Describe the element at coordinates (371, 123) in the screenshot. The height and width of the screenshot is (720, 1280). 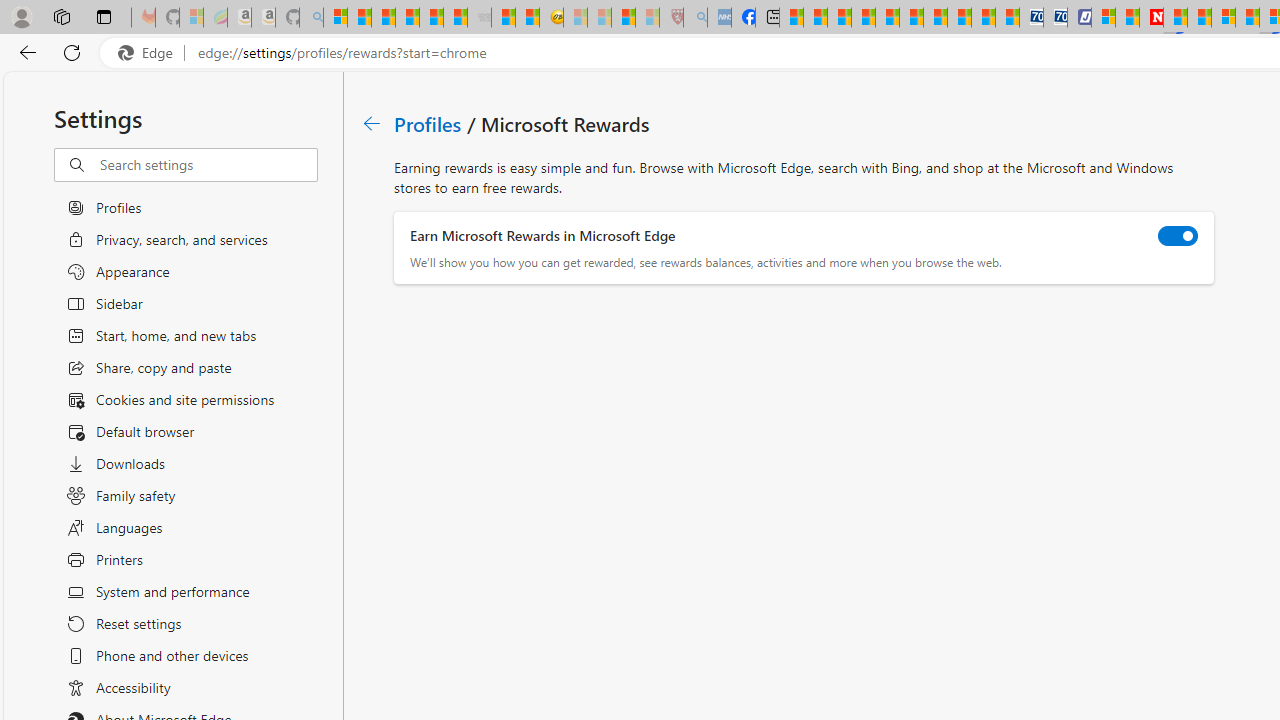
I see `'Class: c01179'` at that location.